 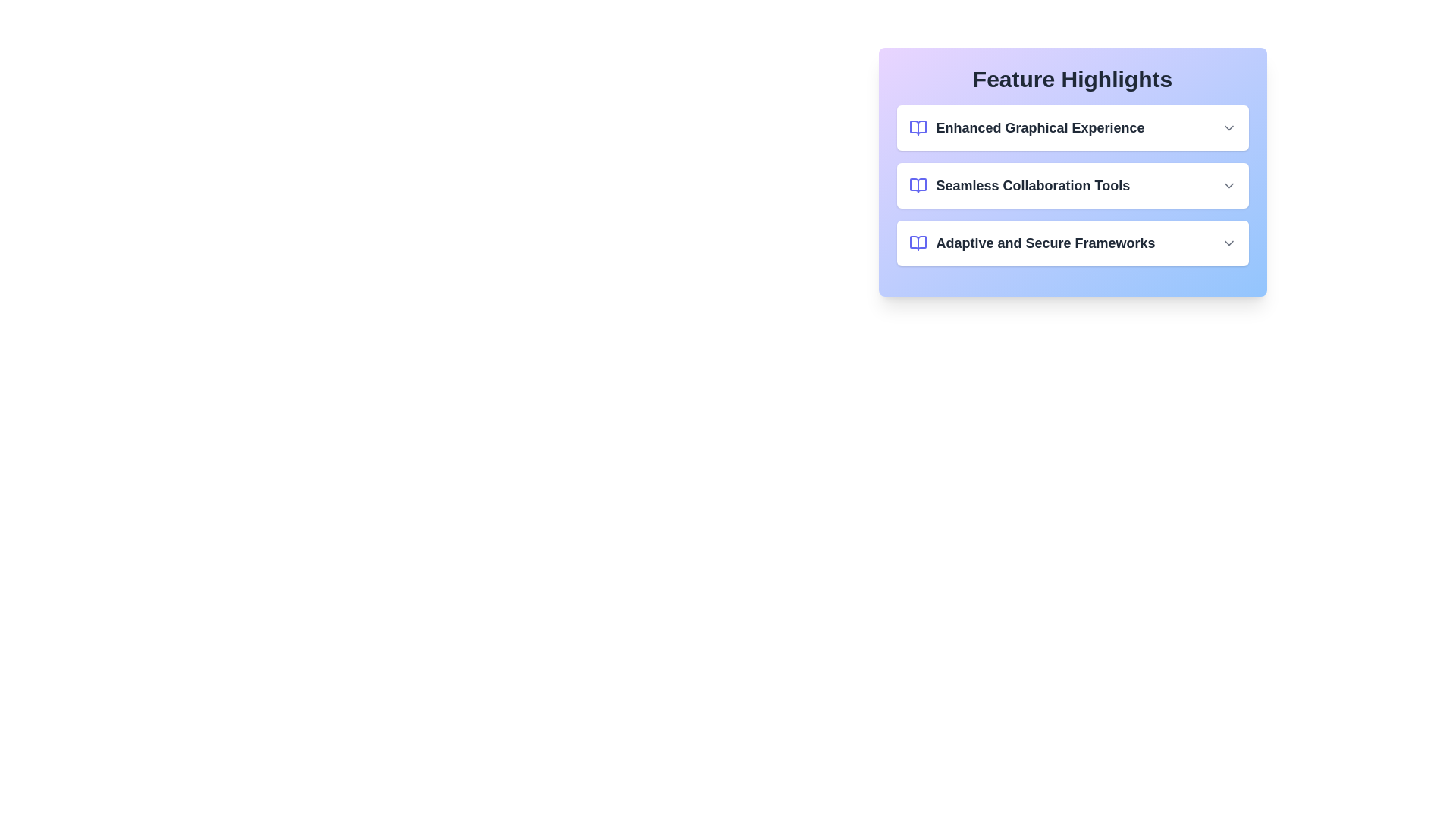 I want to click on the text item representing 'Seamless Collaboration Tools' within the 'Feature Highlights' list, so click(x=1072, y=185).